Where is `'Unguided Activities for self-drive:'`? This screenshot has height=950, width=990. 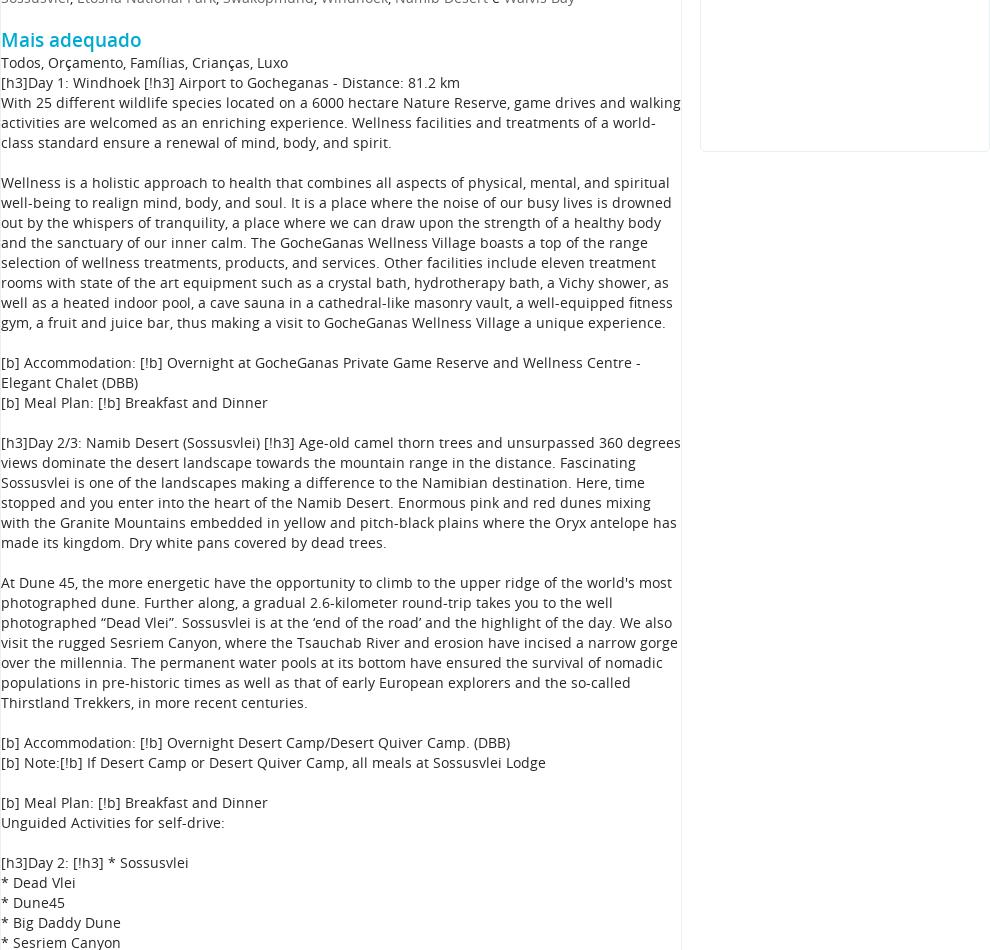
'Unguided Activities for self-drive:' is located at coordinates (111, 821).